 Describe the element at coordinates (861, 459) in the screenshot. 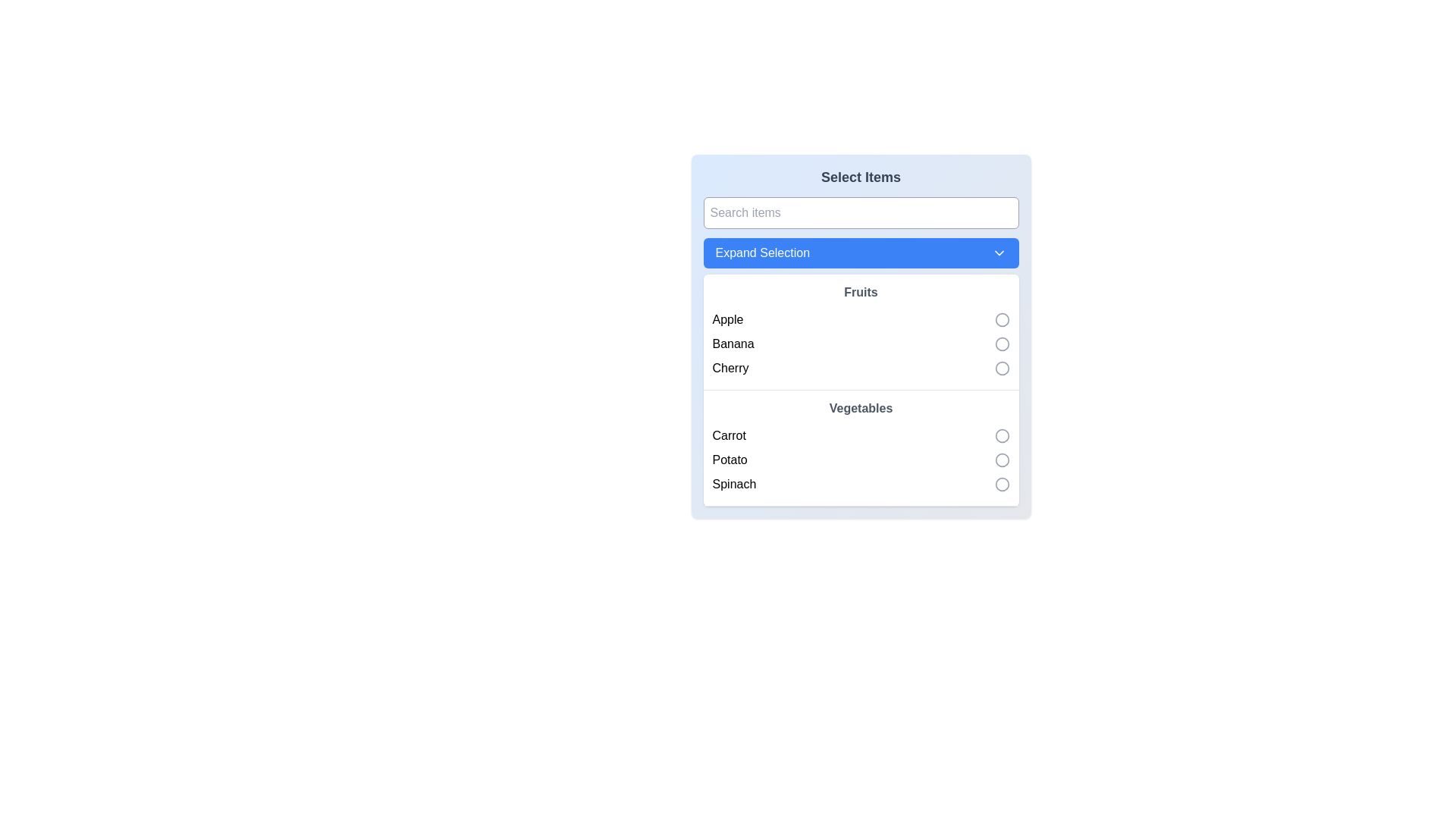

I see `the second row labeled 'Potato' in the 'Vegetables' section` at that location.